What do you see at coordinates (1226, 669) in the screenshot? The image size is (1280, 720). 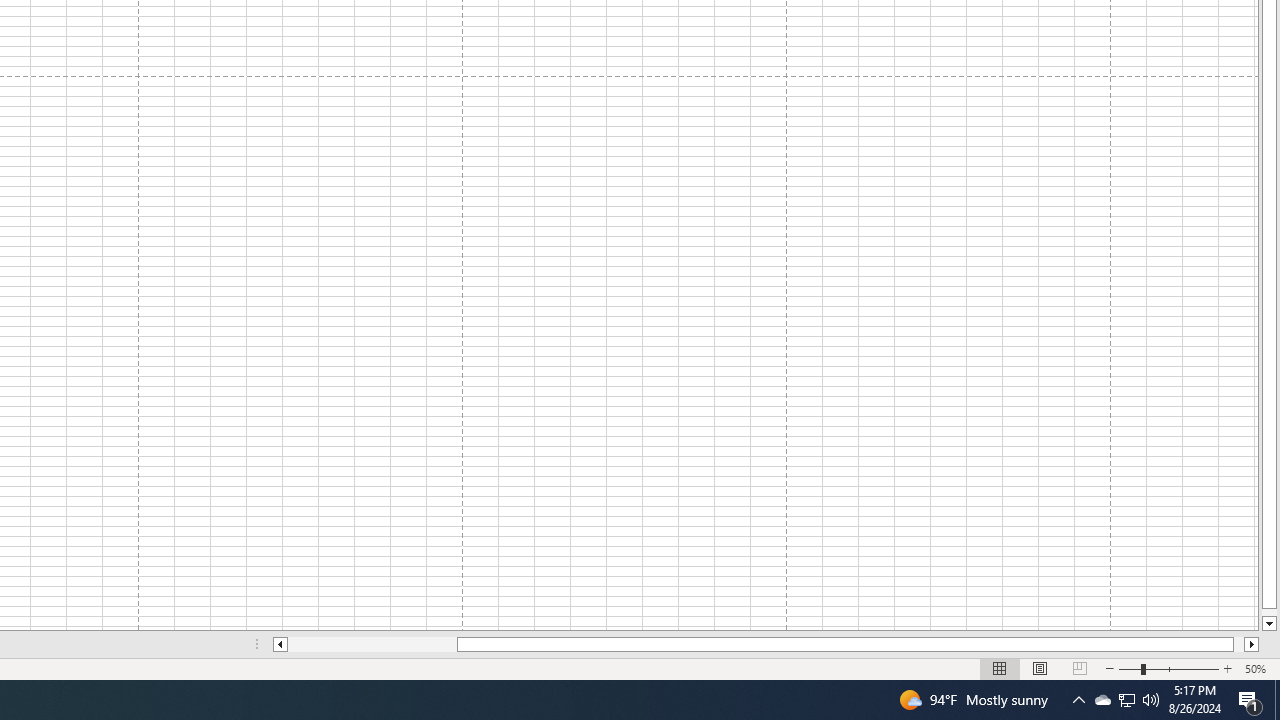 I see `'Zoom In'` at bounding box center [1226, 669].